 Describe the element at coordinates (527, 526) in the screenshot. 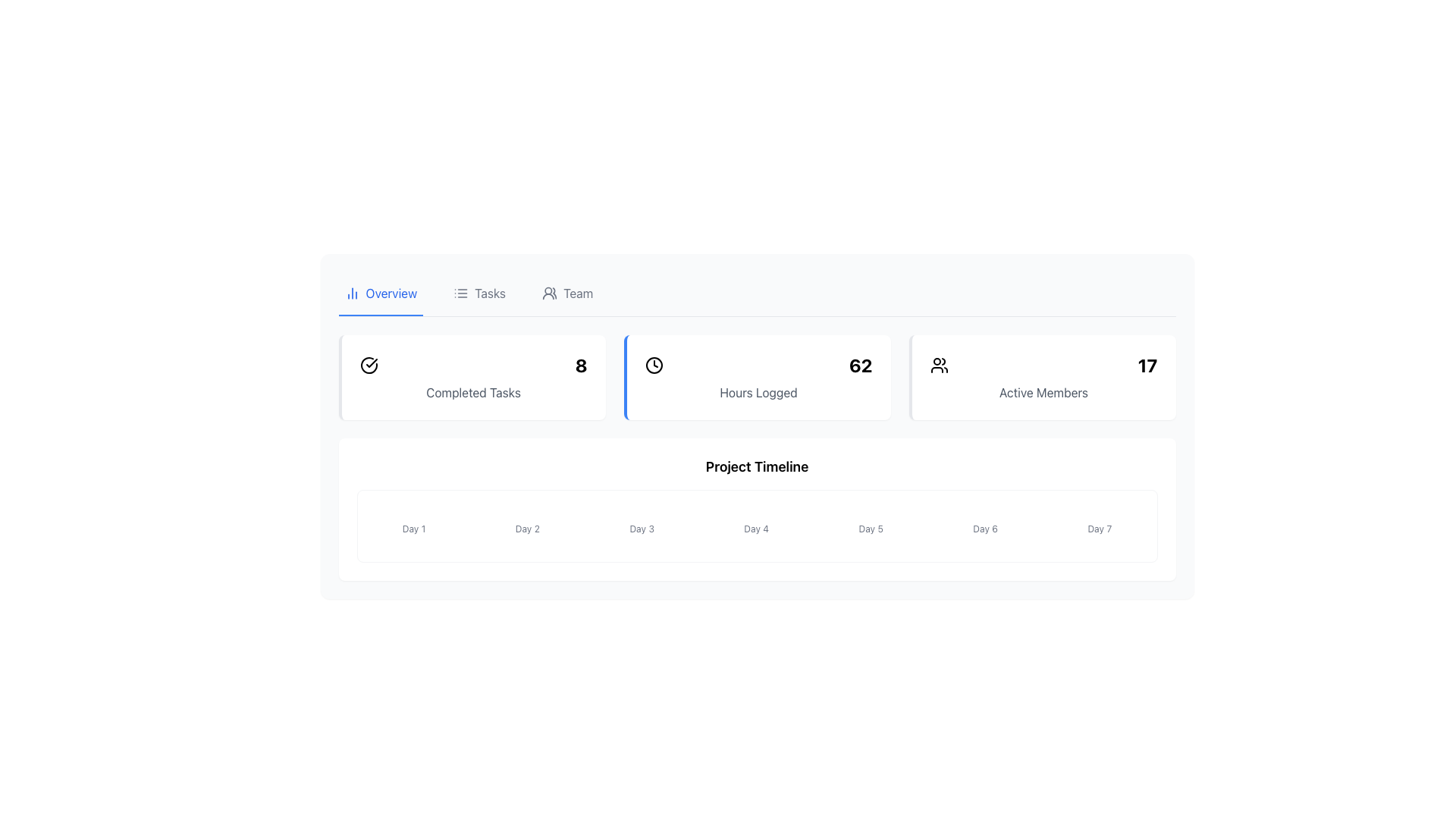

I see `the 'Day 2' label with a small blue circular indicator, which is positioned in the 'Project Timeline' section between 'Day 1' and 'Day 3'` at that location.